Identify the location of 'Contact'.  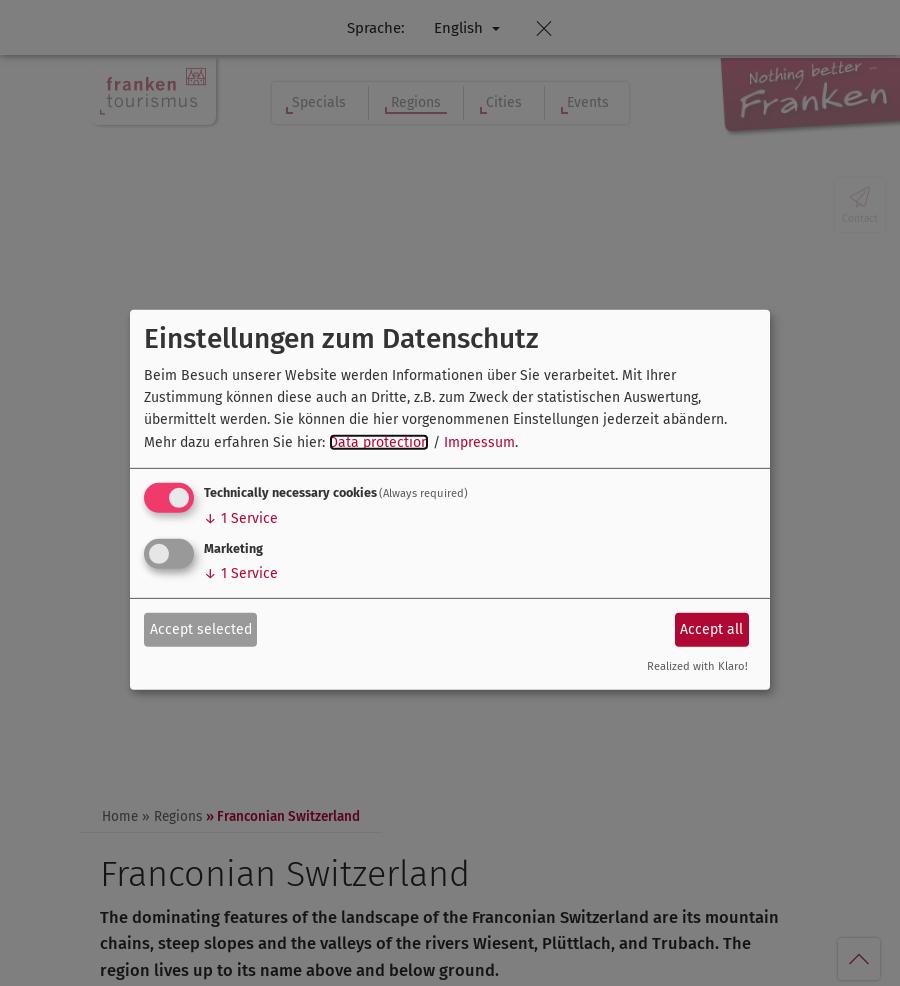
(860, 217).